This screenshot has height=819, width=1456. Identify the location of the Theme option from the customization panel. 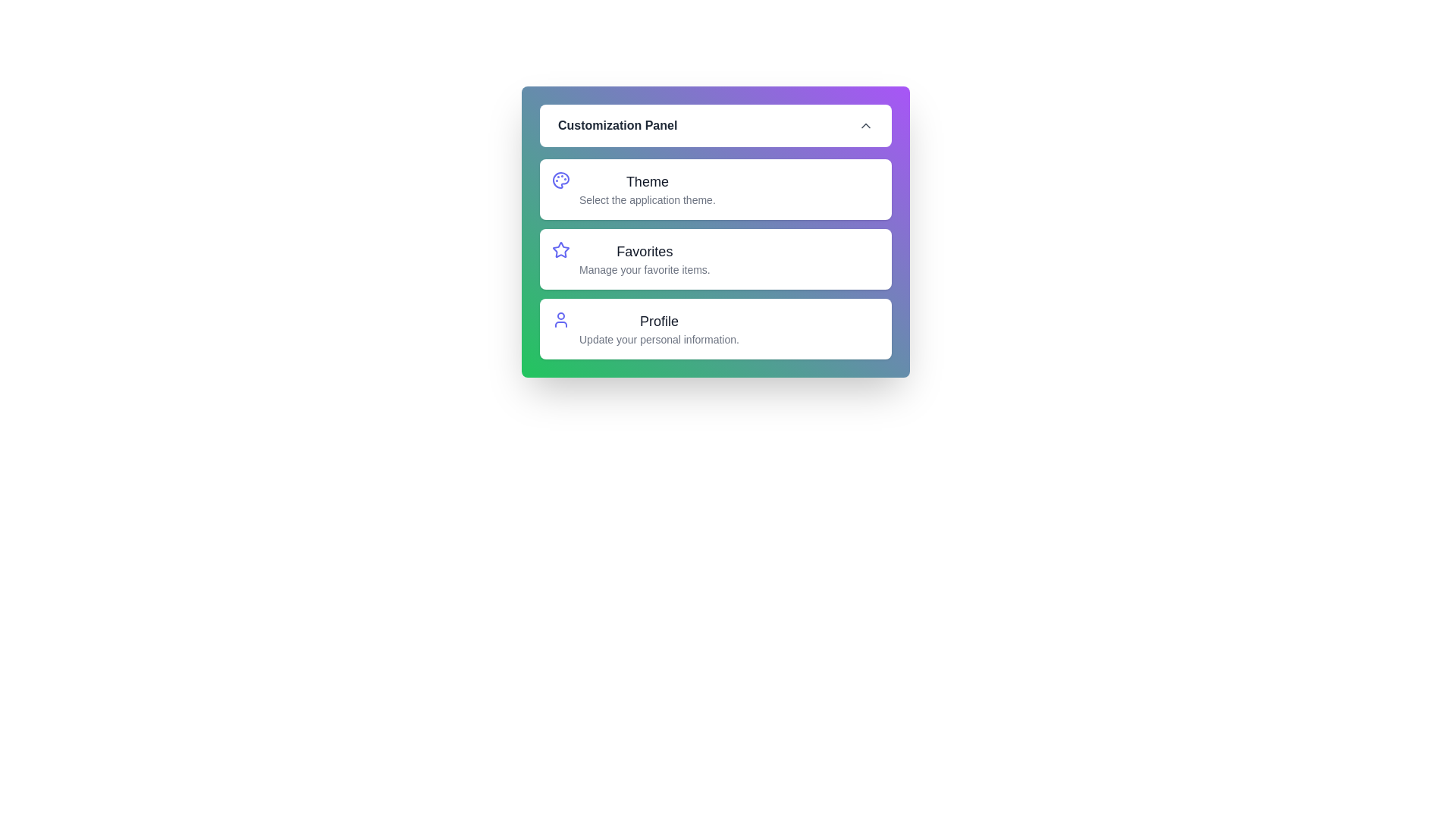
(560, 189).